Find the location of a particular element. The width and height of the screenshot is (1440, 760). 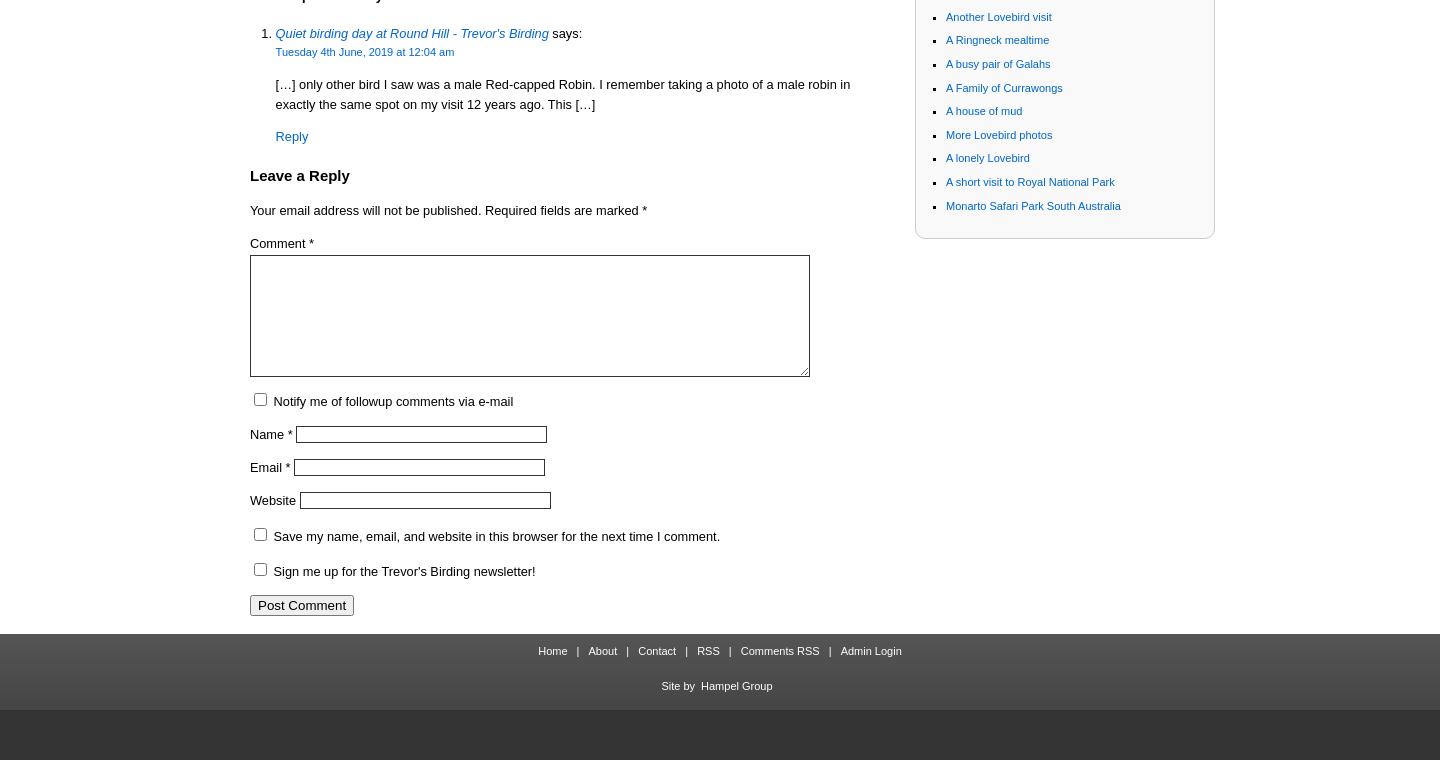

'Home' is located at coordinates (552, 650).